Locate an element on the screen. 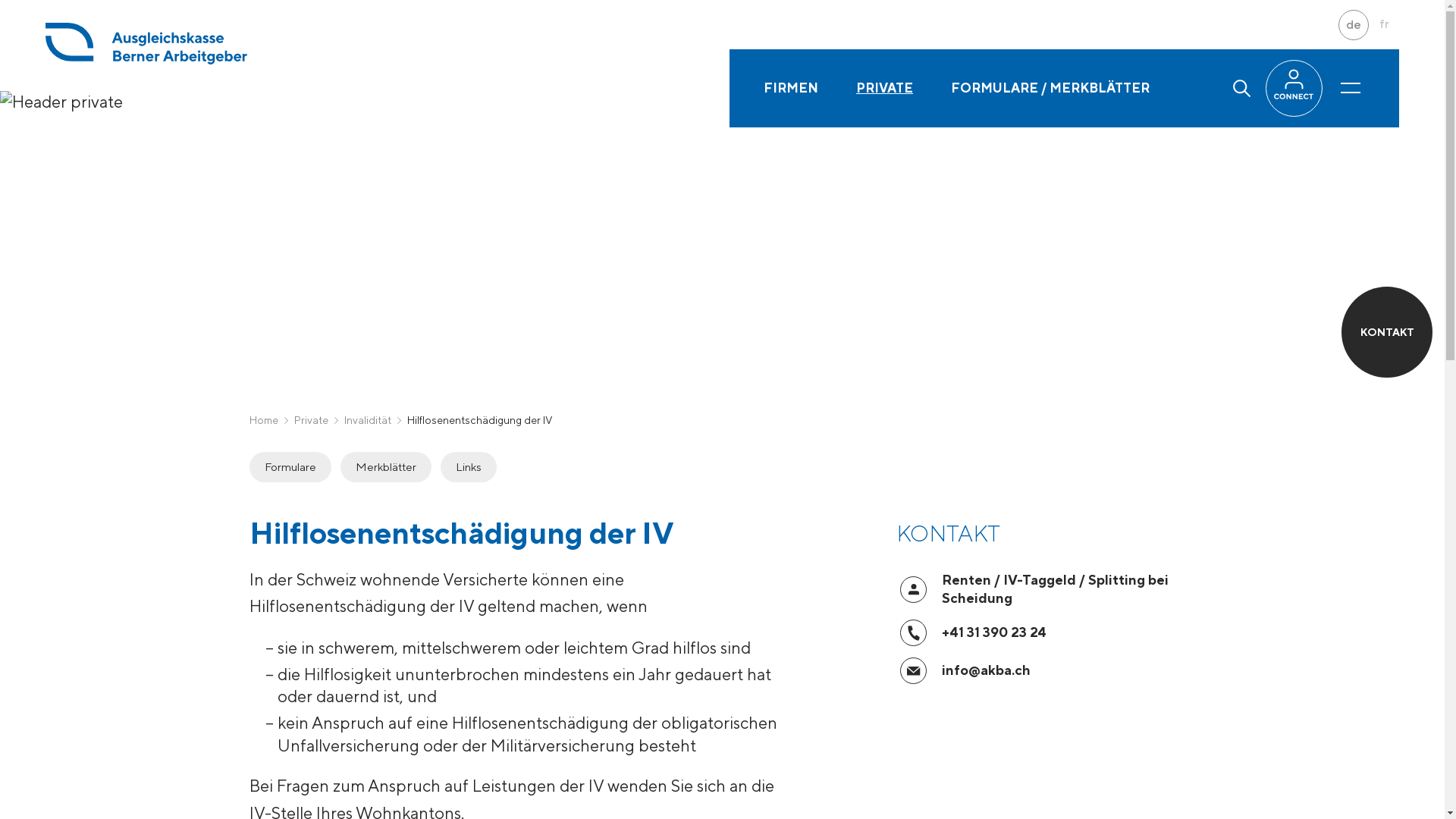 Image resolution: width=1456 pixels, height=819 pixels. 'Home' is located at coordinates (262, 420).